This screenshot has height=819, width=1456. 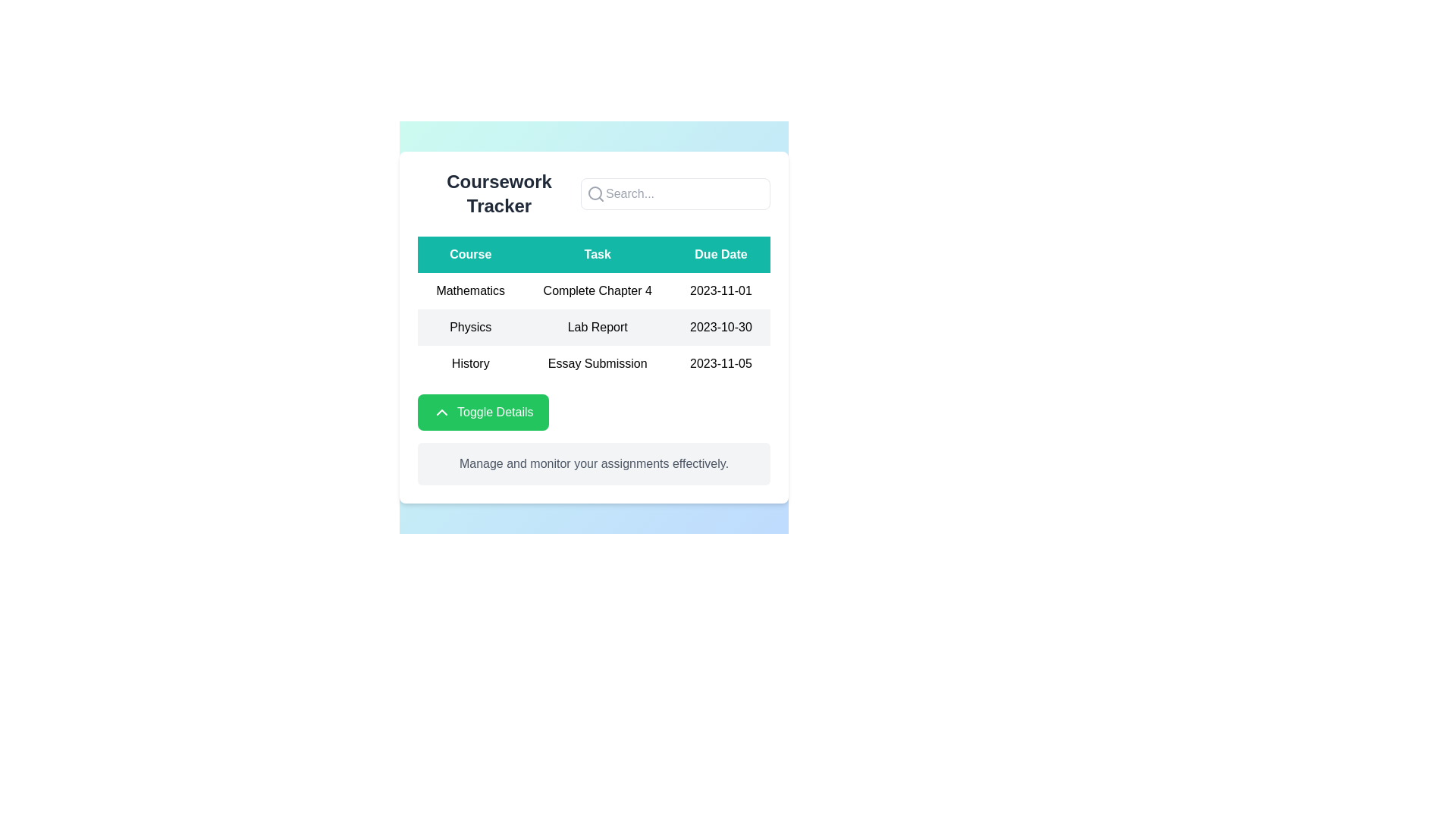 I want to click on the third row in the table that contains the columns 'History', 'Essay Submission', and '2023-11-05' with a white background, so click(x=593, y=363).